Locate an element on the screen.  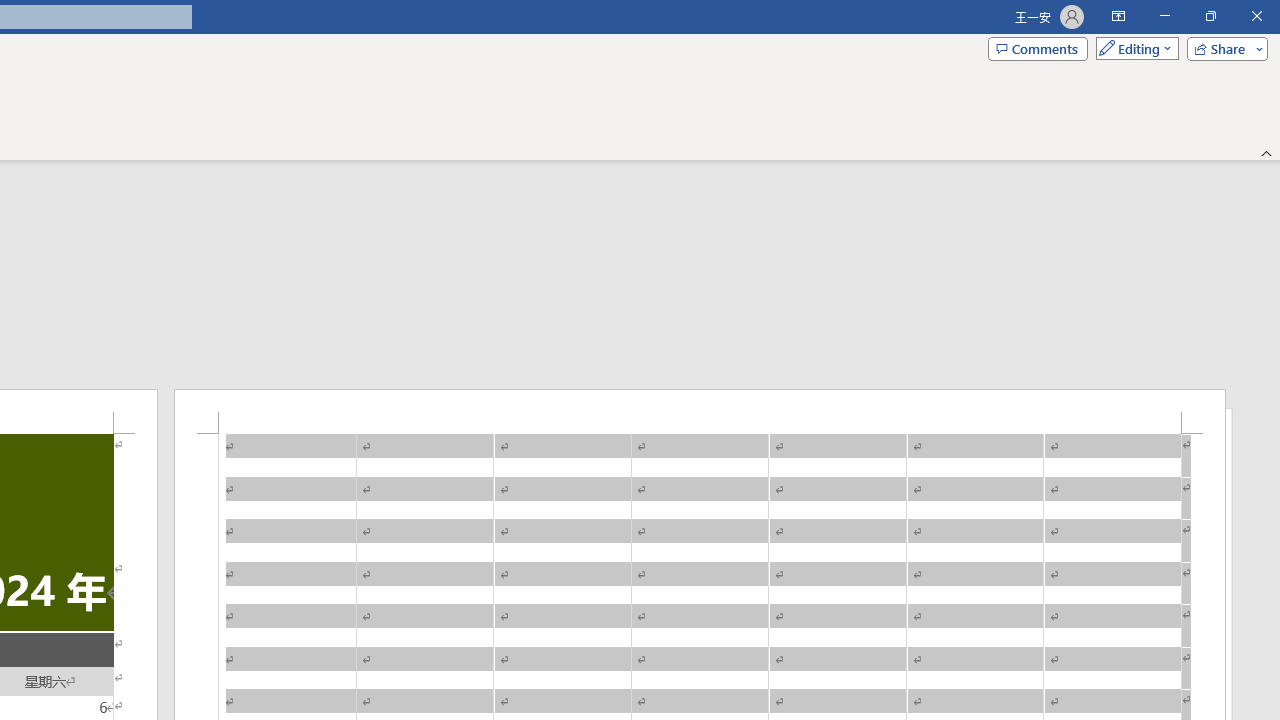
'Restore Down' is located at coordinates (1209, 16).